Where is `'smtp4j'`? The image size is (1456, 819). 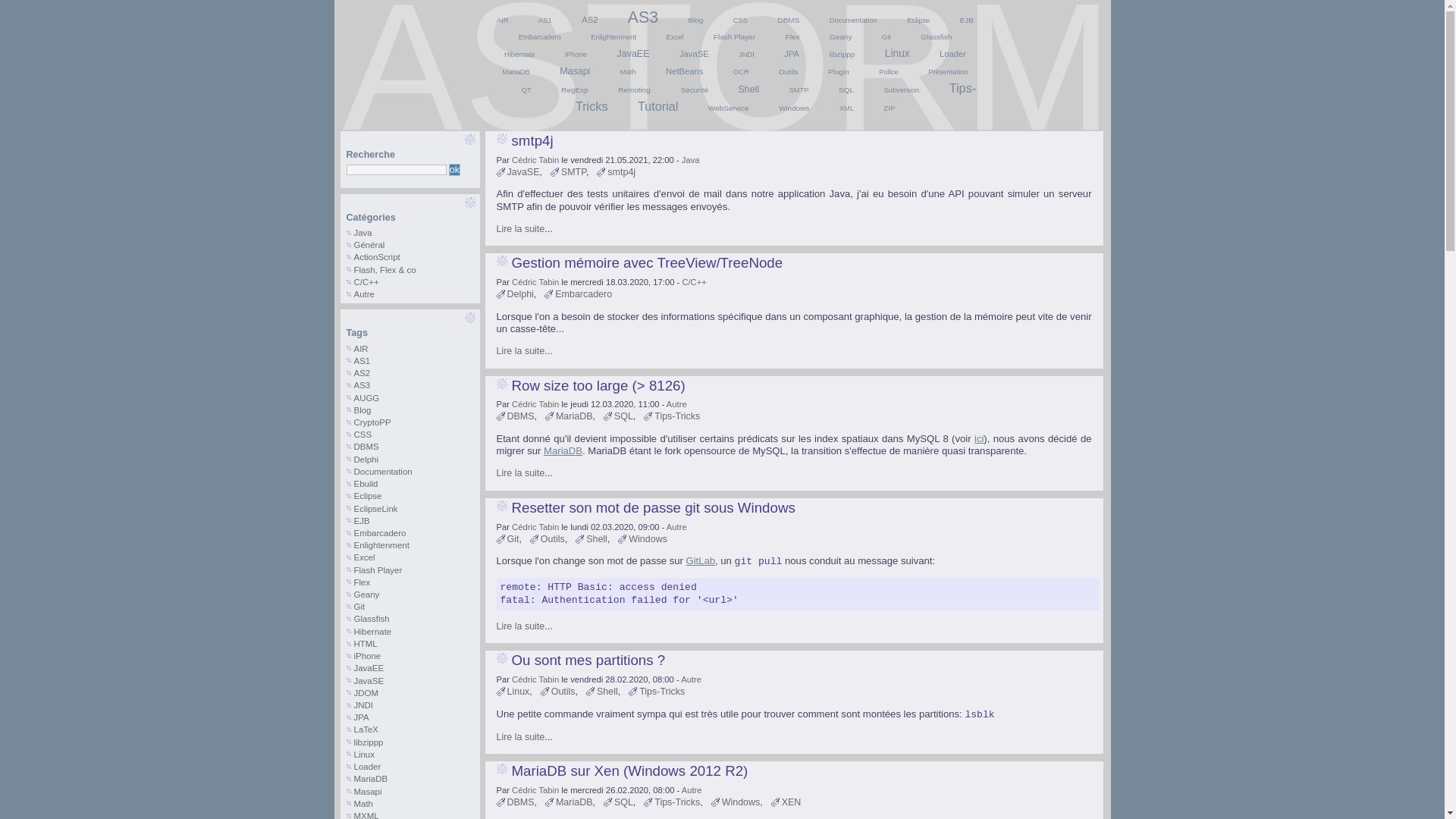 'smtp4j' is located at coordinates (532, 140).